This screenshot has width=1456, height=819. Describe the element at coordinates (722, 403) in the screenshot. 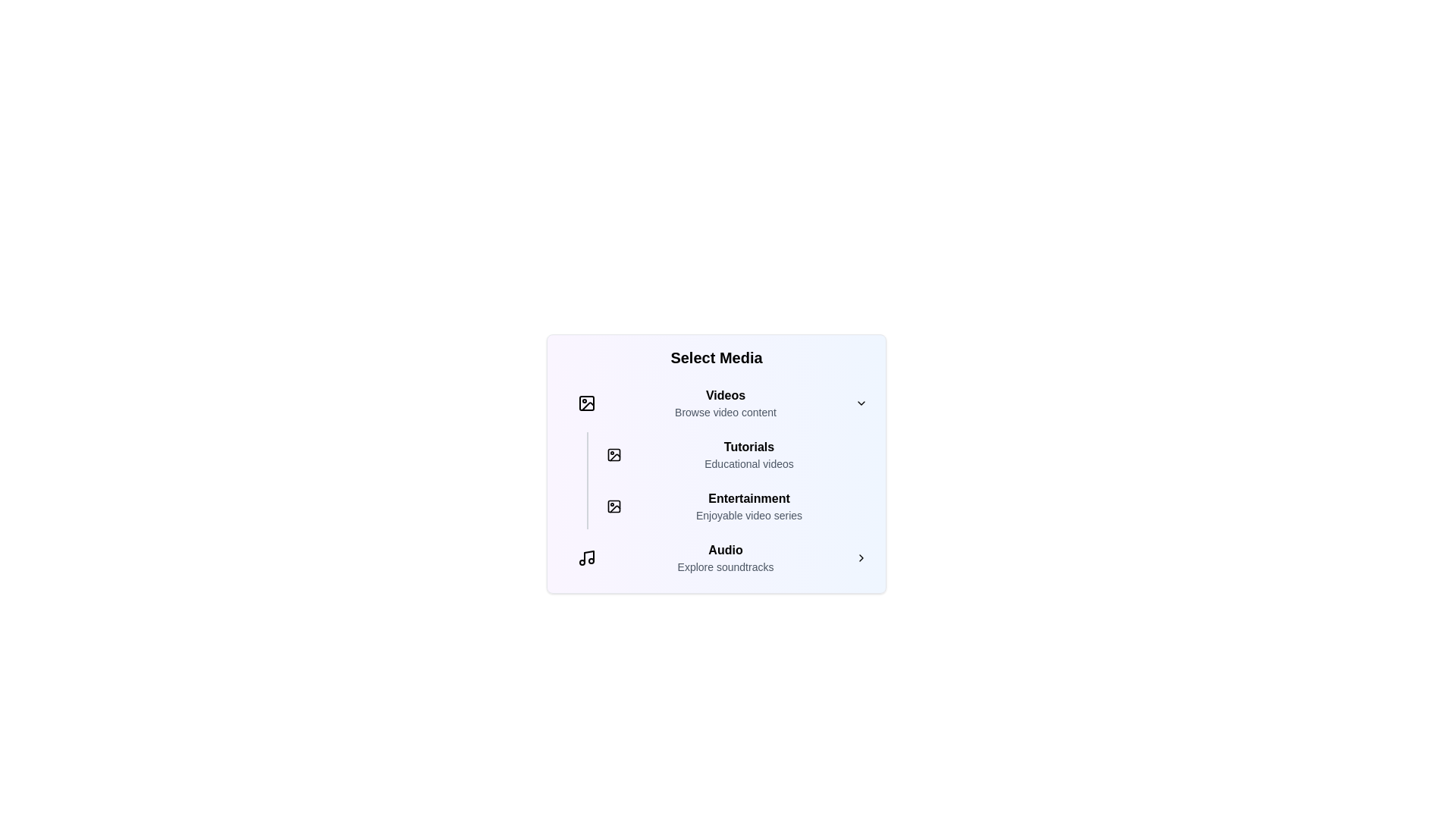

I see `the 'Videos' menu item labeled 'Browse video content'` at that location.